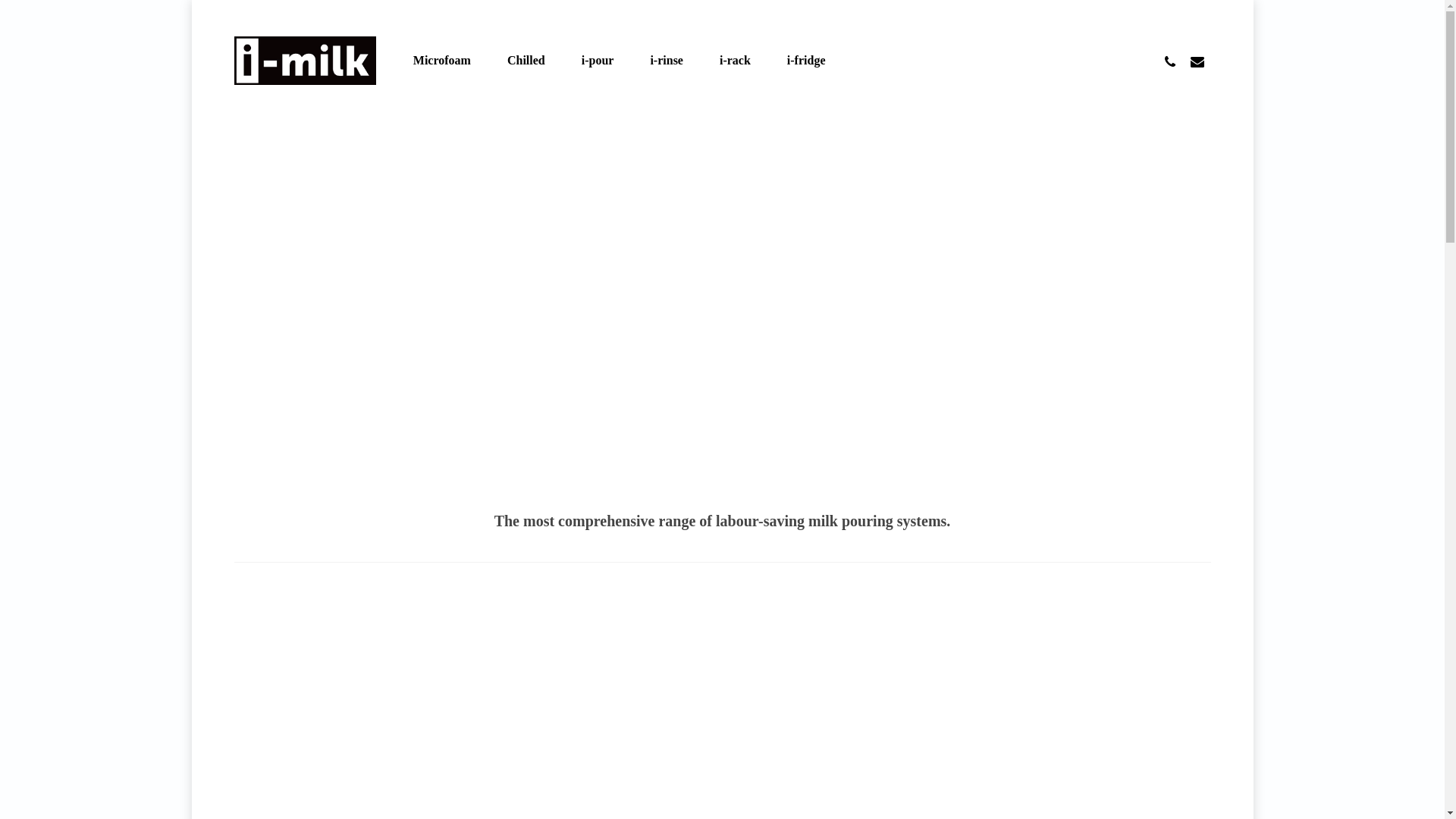 This screenshot has height=819, width=1456. What do you see at coordinates (441, 60) in the screenshot?
I see `'Microfoam'` at bounding box center [441, 60].